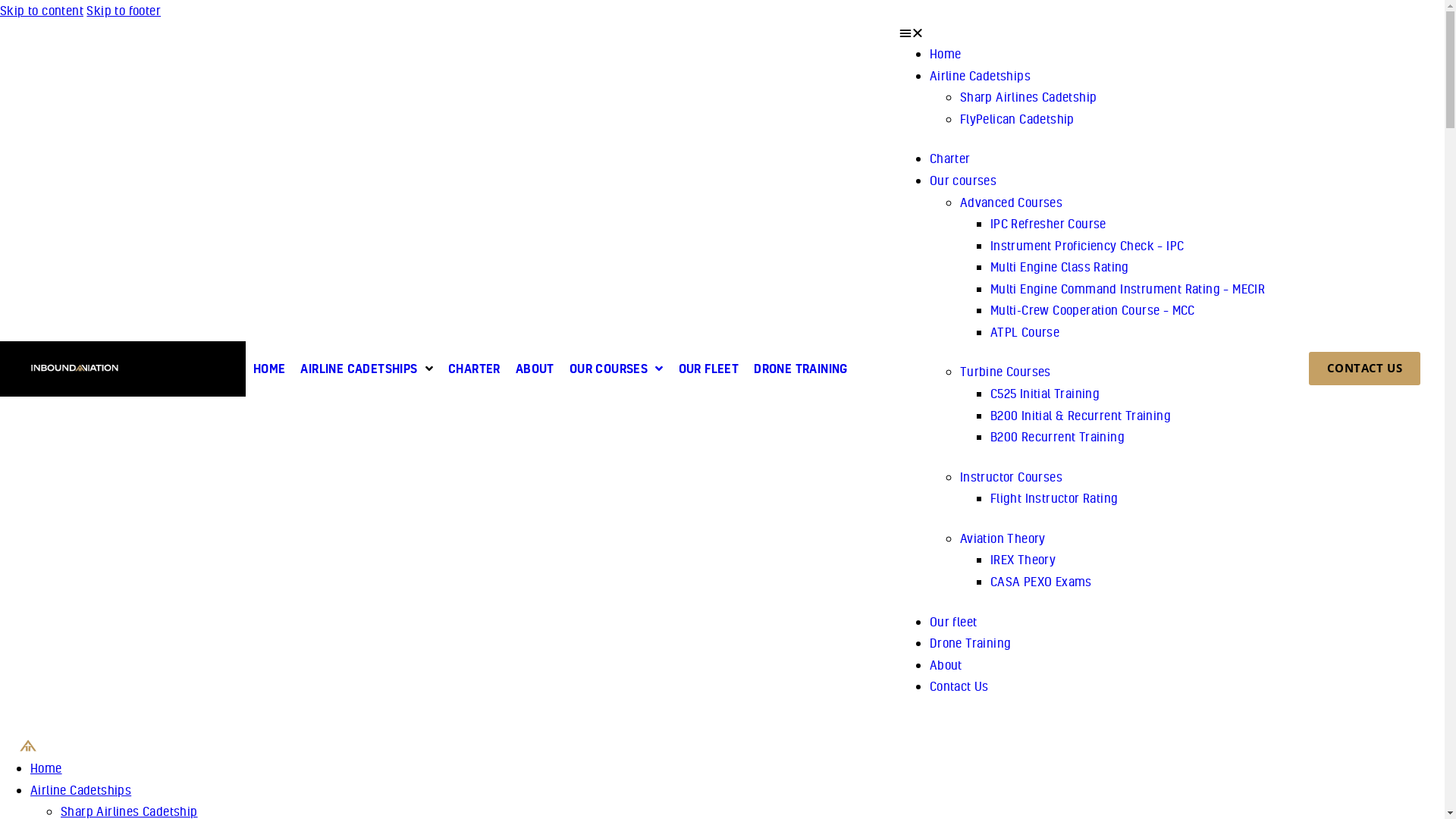 This screenshot has width=1456, height=819. I want to click on 'Contact Us', so click(959, 686).